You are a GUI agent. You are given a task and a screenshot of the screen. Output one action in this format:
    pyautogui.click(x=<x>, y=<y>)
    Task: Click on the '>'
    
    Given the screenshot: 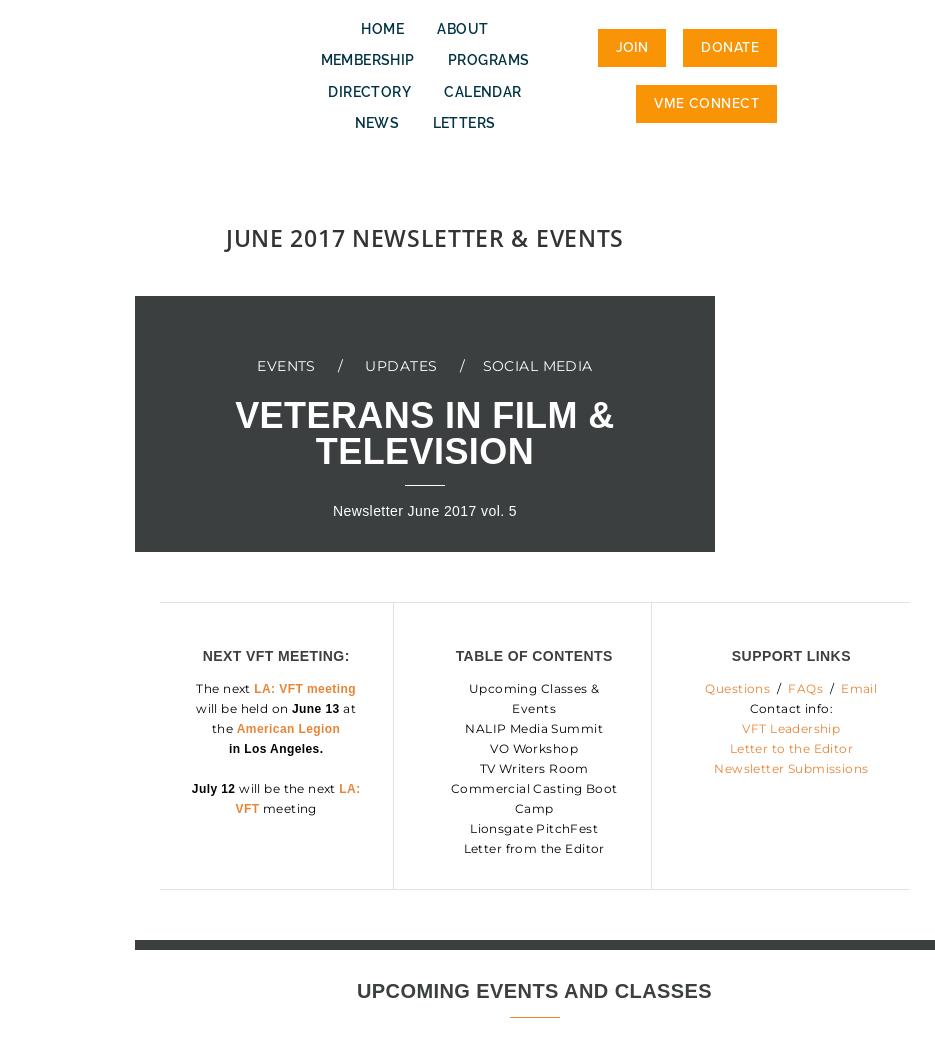 What is the action you would take?
    pyautogui.click(x=145, y=526)
    